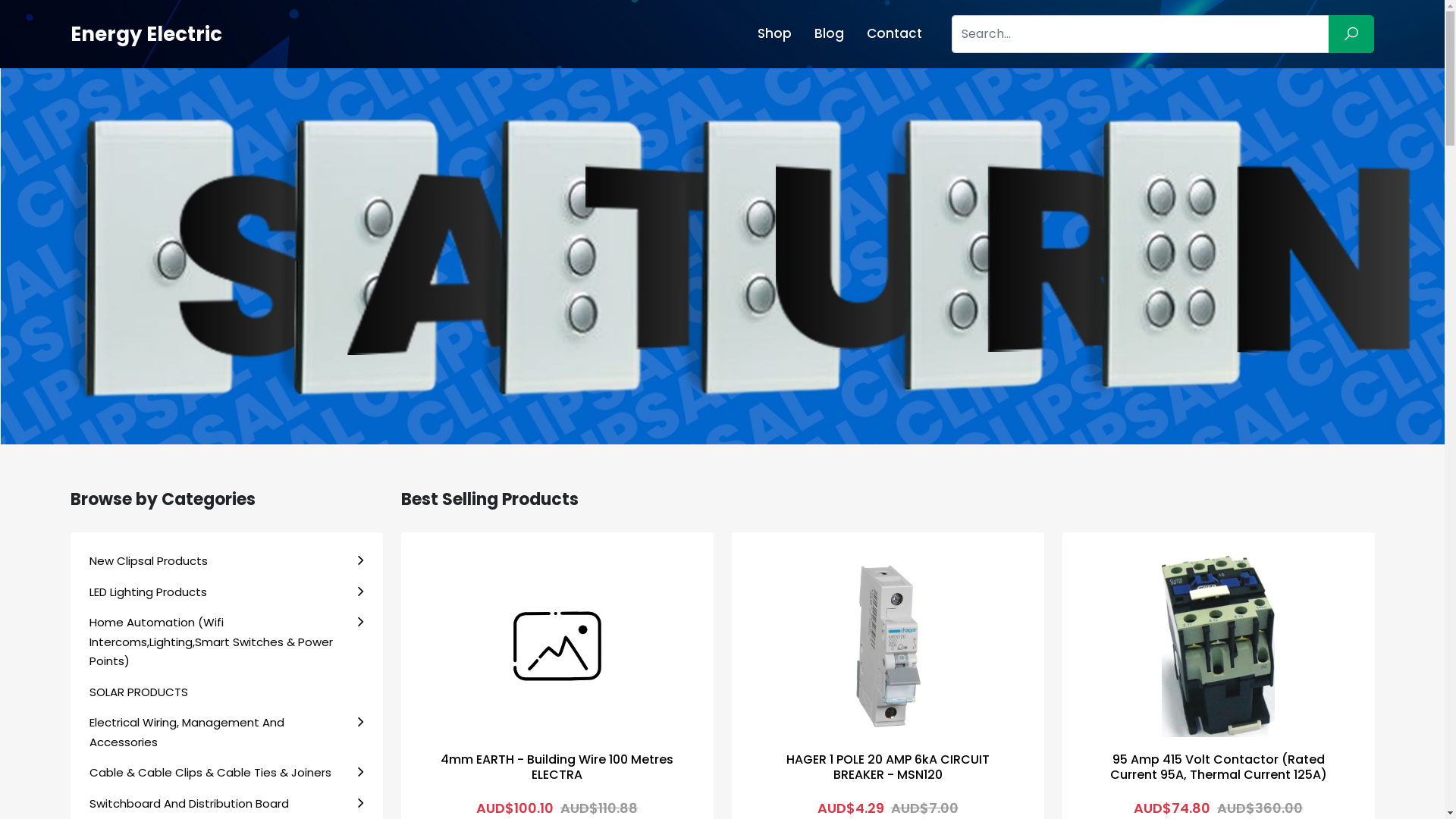 This screenshot has width=1456, height=819. Describe the element at coordinates (225, 591) in the screenshot. I see `'LED Lighting Products'` at that location.